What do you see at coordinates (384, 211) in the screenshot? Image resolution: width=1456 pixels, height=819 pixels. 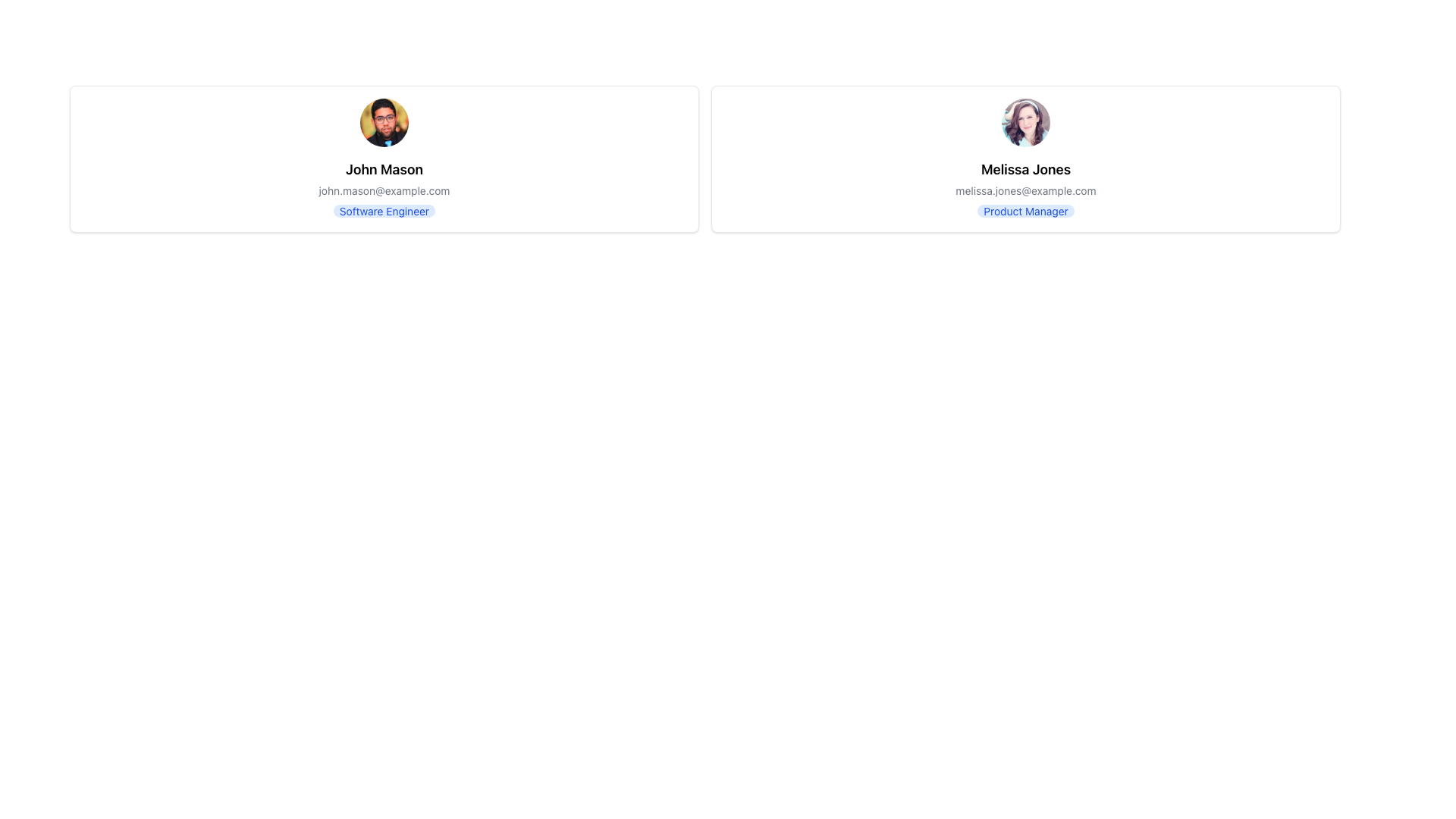 I see `the non-interactive label displaying the job title for John Mason, located below the email 'john.mason@example.com'` at bounding box center [384, 211].